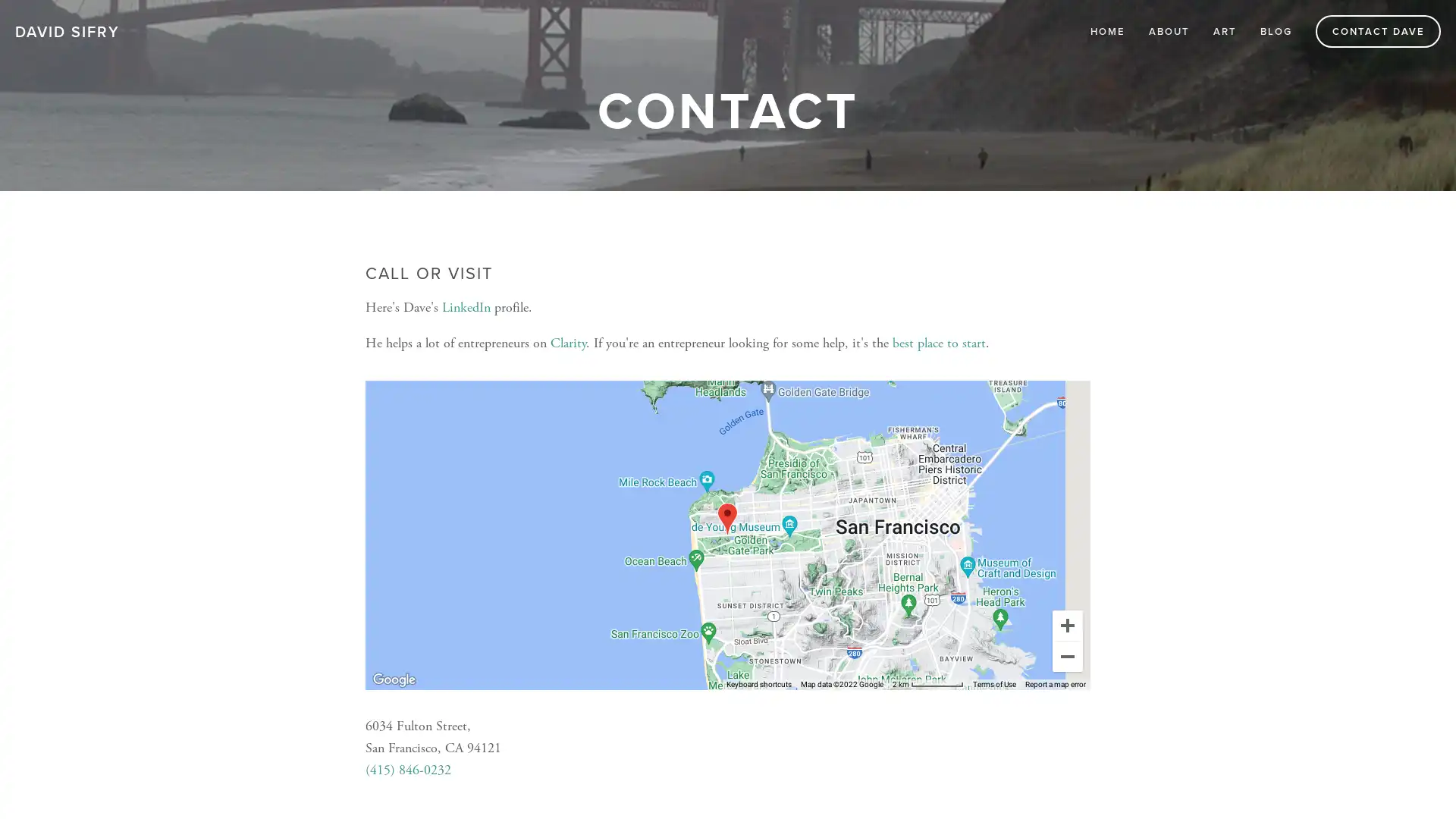 The height and width of the screenshot is (819, 1456). Describe the element at coordinates (726, 517) in the screenshot. I see `6034 Fulton Street San Francisco, CA, 94121, United States` at that location.